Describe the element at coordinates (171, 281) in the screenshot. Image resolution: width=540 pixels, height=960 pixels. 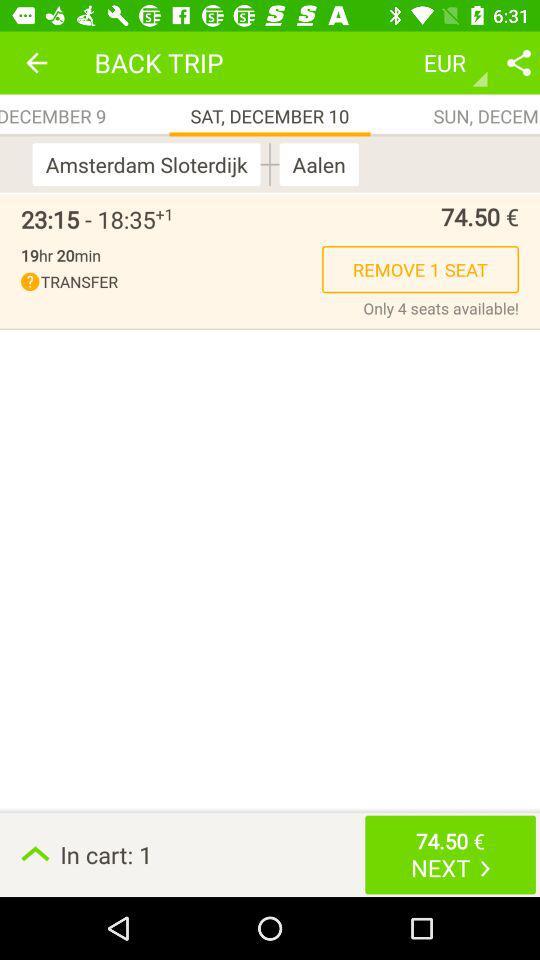
I see `the transfer item` at that location.